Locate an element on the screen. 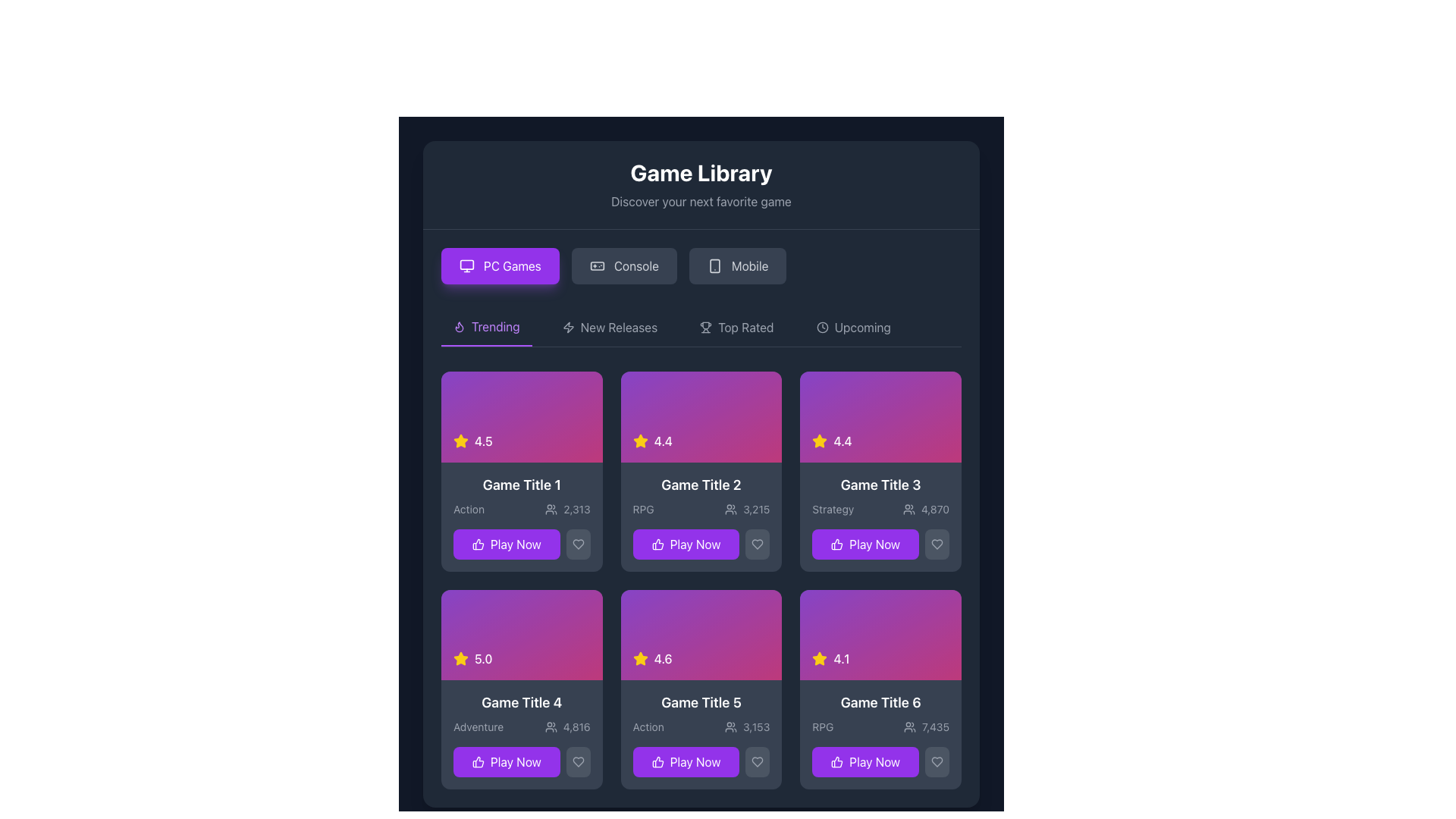 This screenshot has width=1456, height=819. the circular button with a heart icon located at the bottom-right corner of the 'Game Title 6' card is located at coordinates (937, 762).